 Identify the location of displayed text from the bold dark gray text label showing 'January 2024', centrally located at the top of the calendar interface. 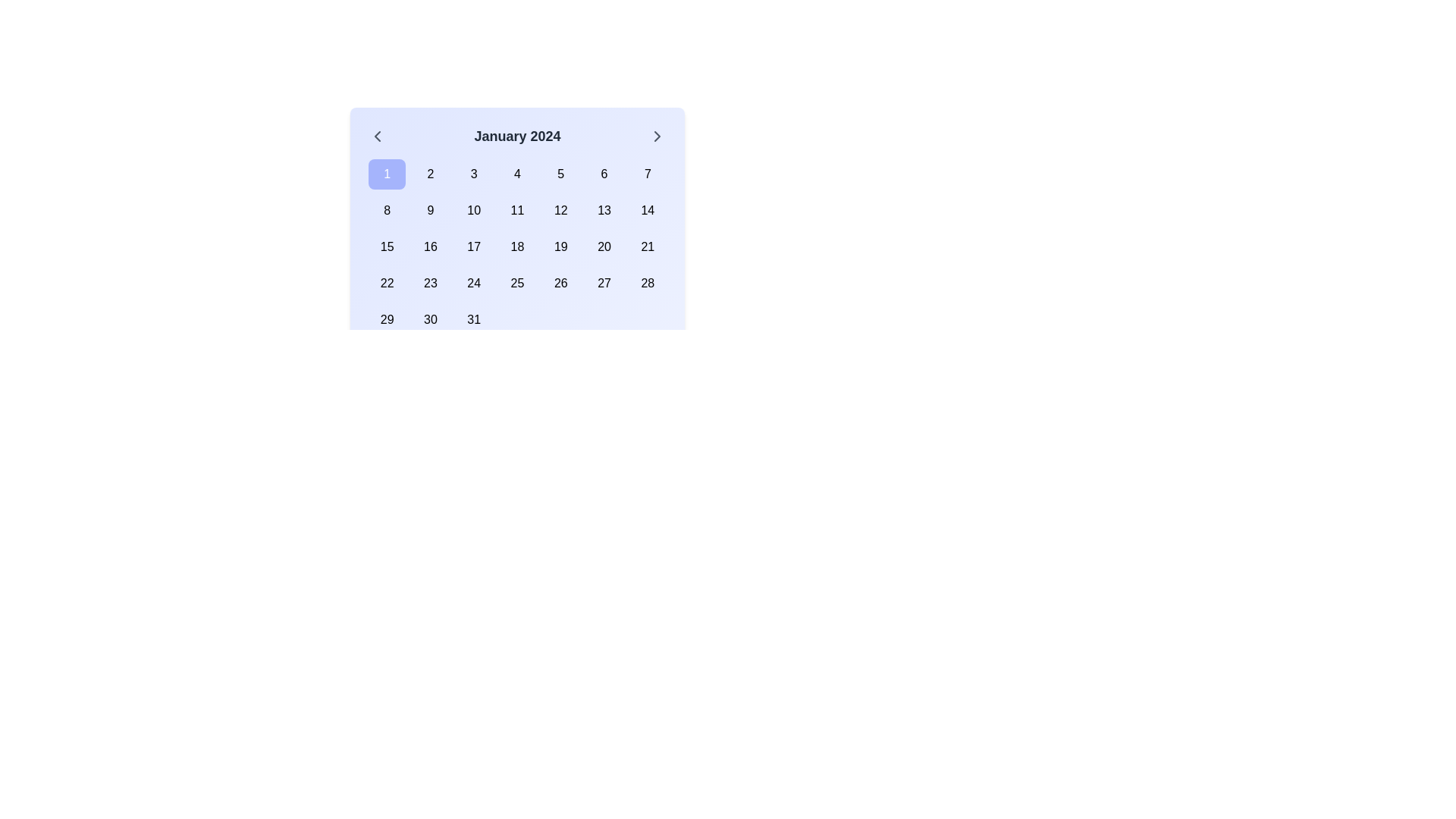
(517, 136).